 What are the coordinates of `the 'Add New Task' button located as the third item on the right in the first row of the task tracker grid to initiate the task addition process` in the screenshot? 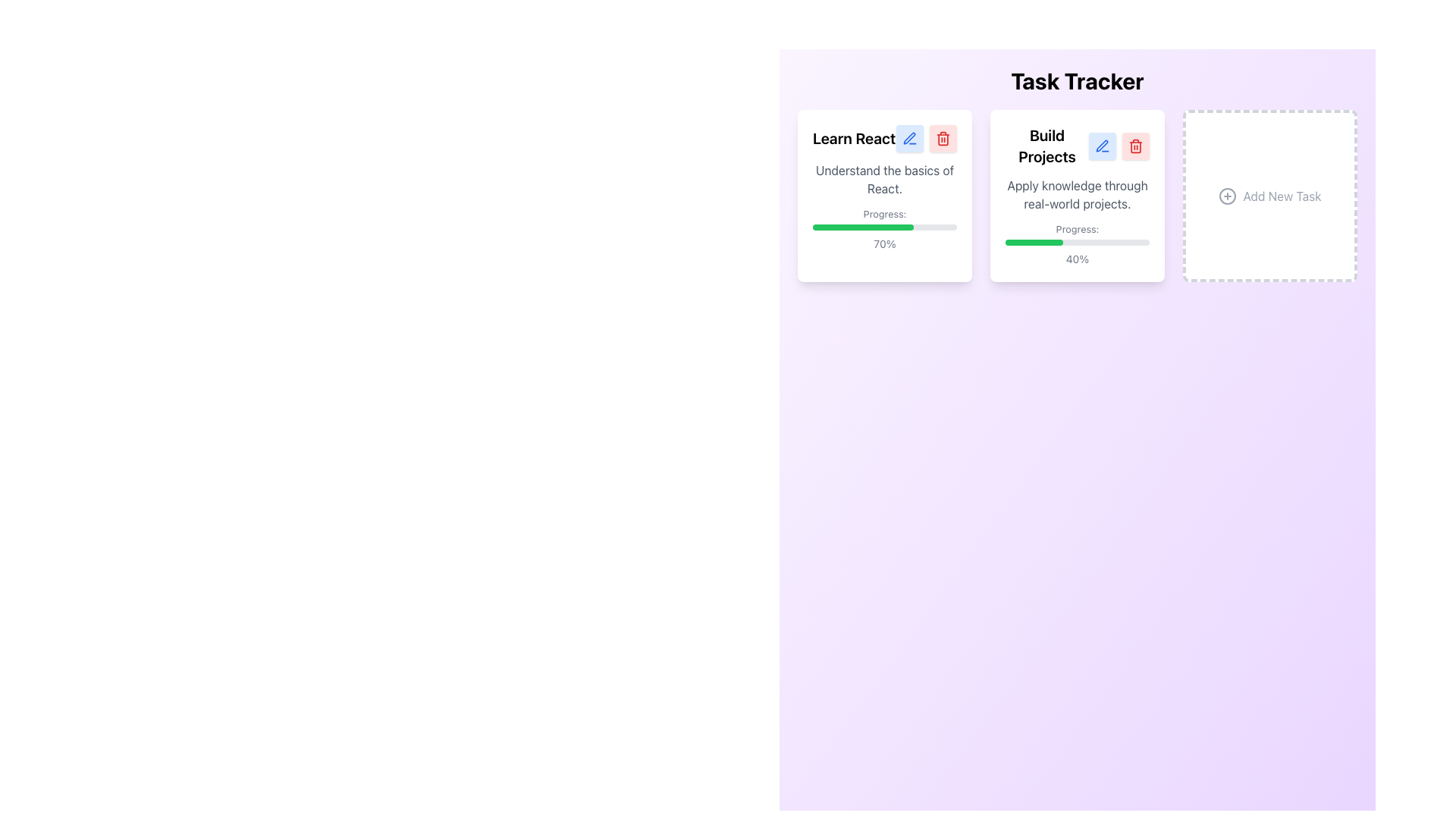 It's located at (1270, 195).